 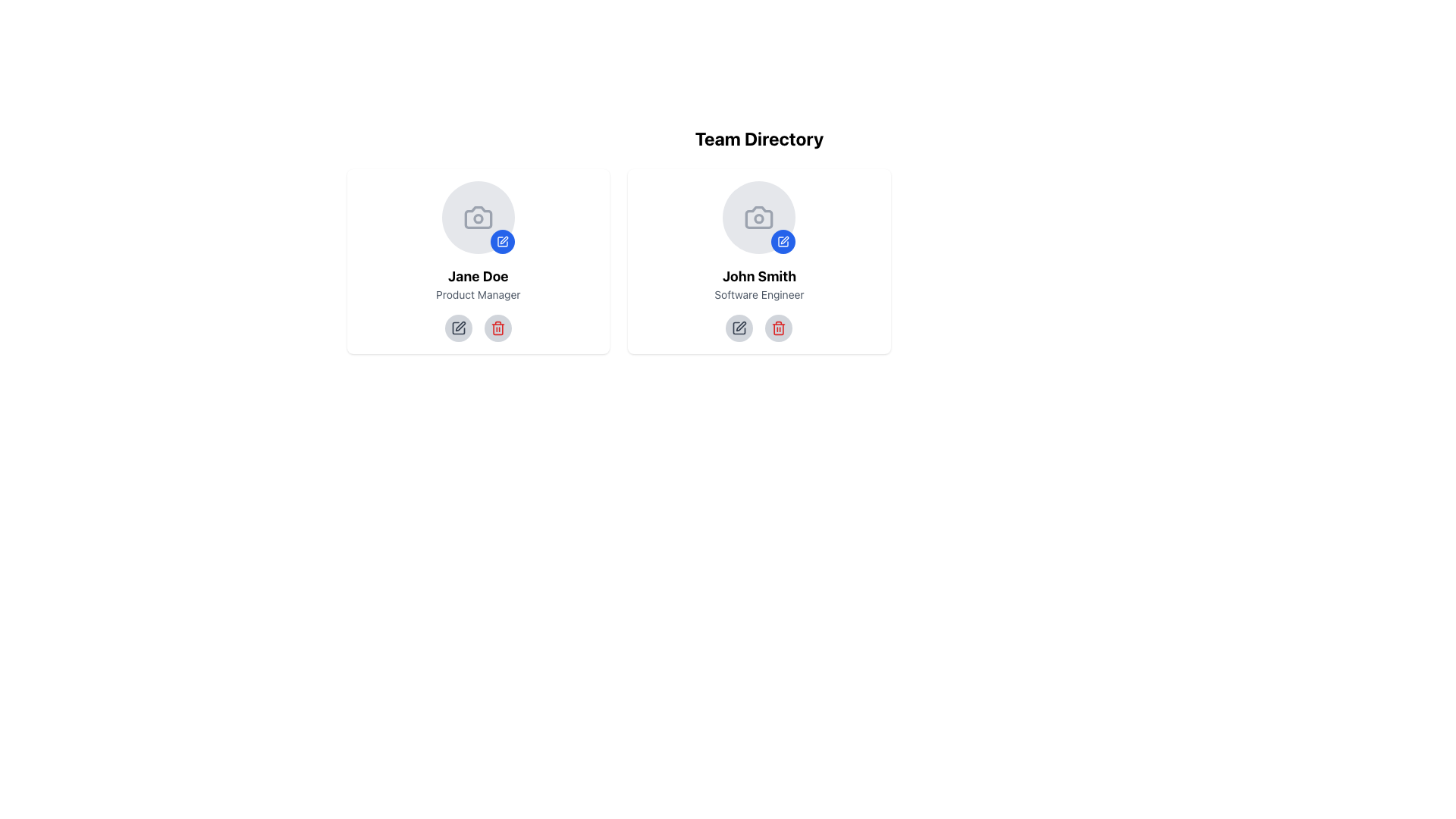 I want to click on the button located at the bottom-right of John Smith's avatar area, so click(x=783, y=241).